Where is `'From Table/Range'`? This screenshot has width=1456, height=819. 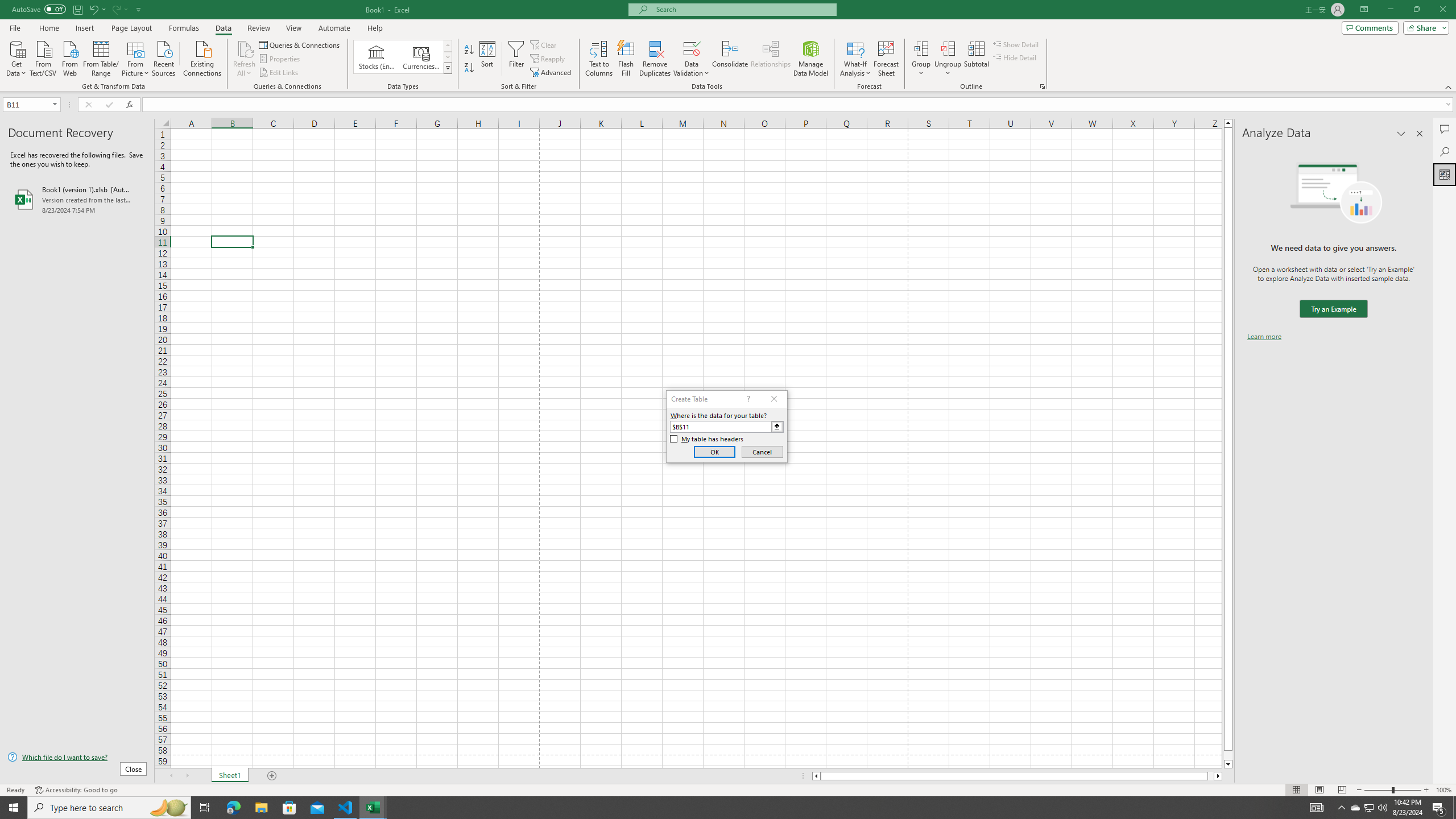
'From Table/Range' is located at coordinates (100, 57).